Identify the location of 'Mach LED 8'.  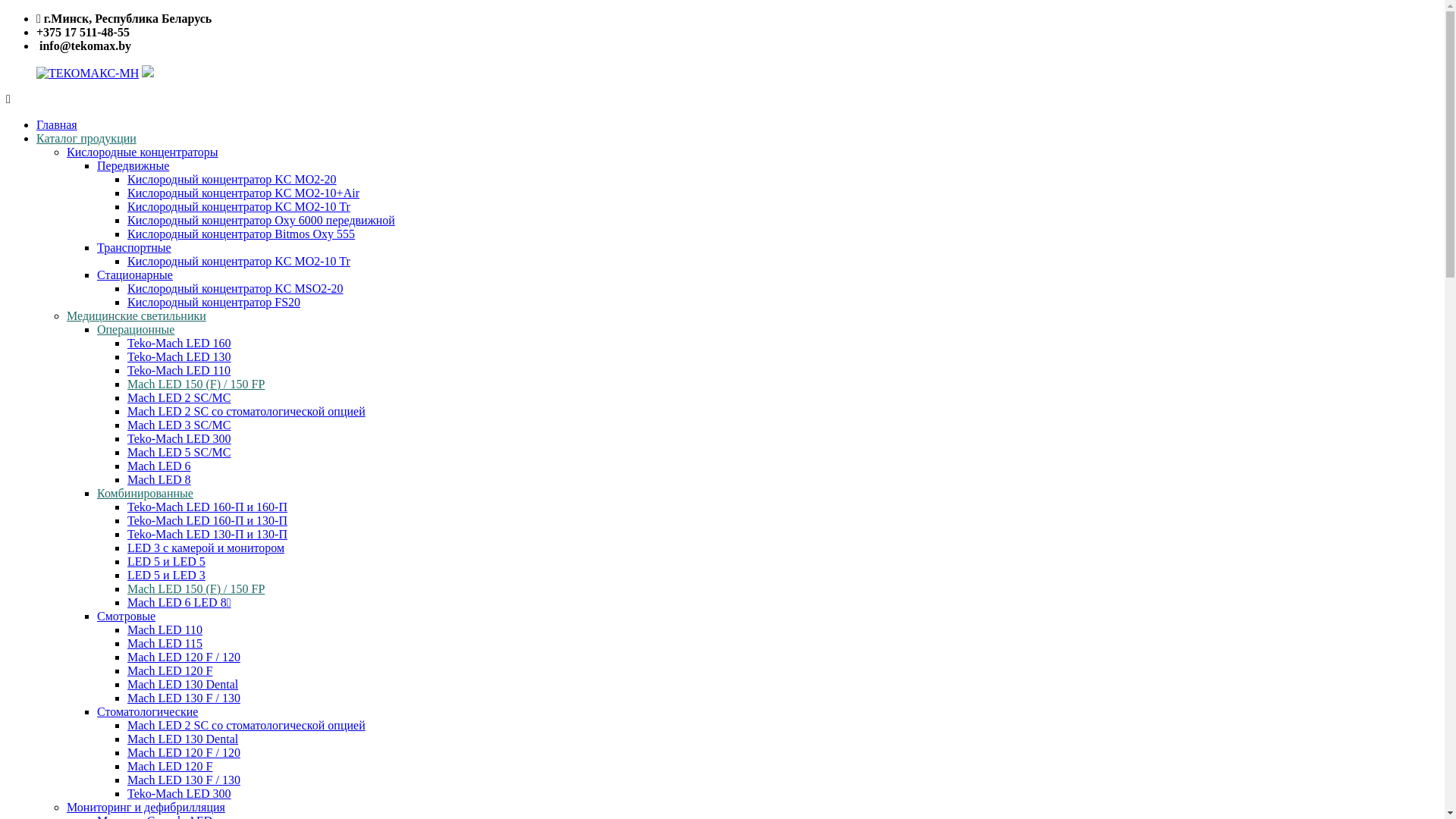
(159, 479).